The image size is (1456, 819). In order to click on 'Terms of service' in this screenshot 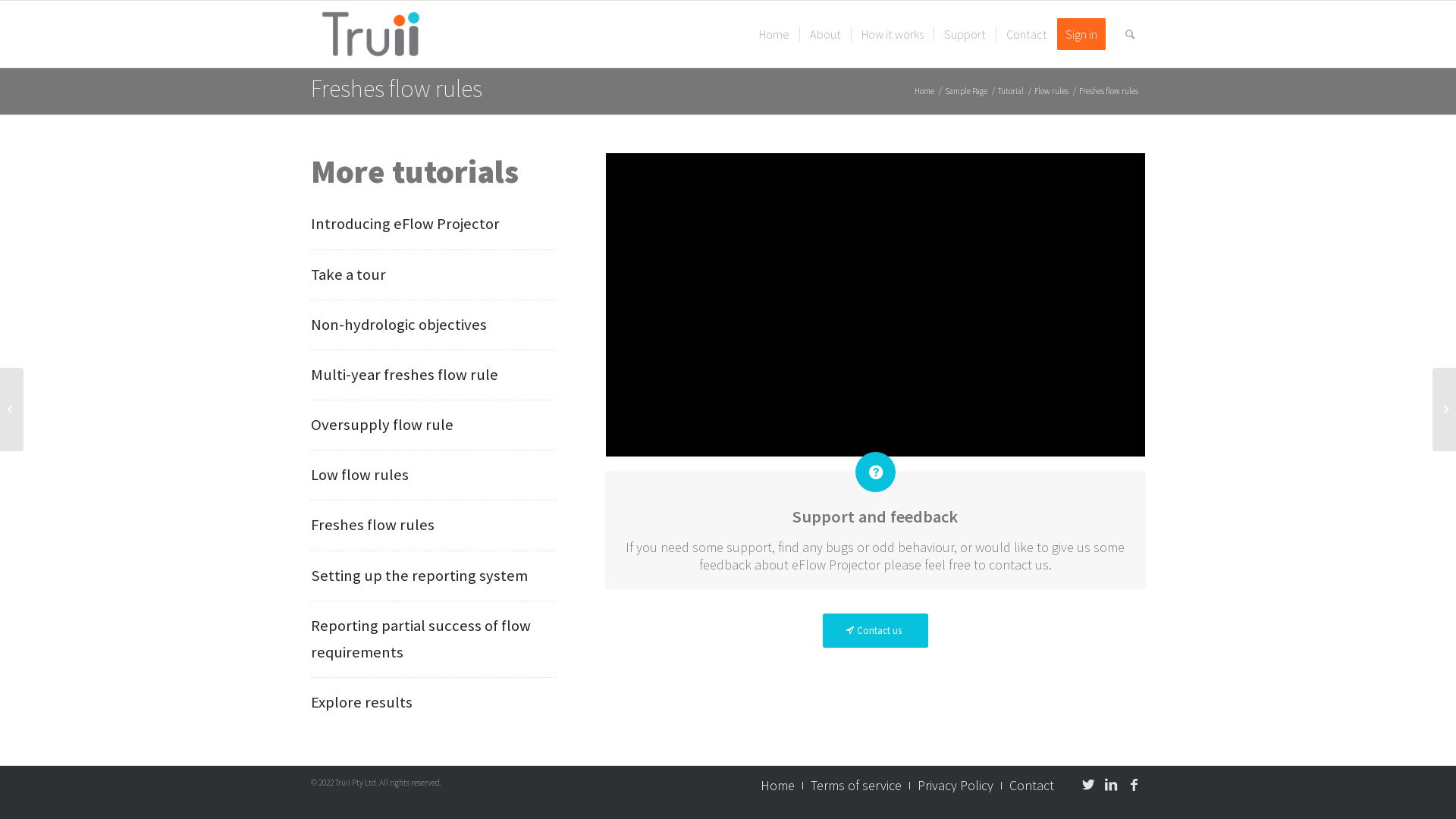, I will do `click(855, 785)`.